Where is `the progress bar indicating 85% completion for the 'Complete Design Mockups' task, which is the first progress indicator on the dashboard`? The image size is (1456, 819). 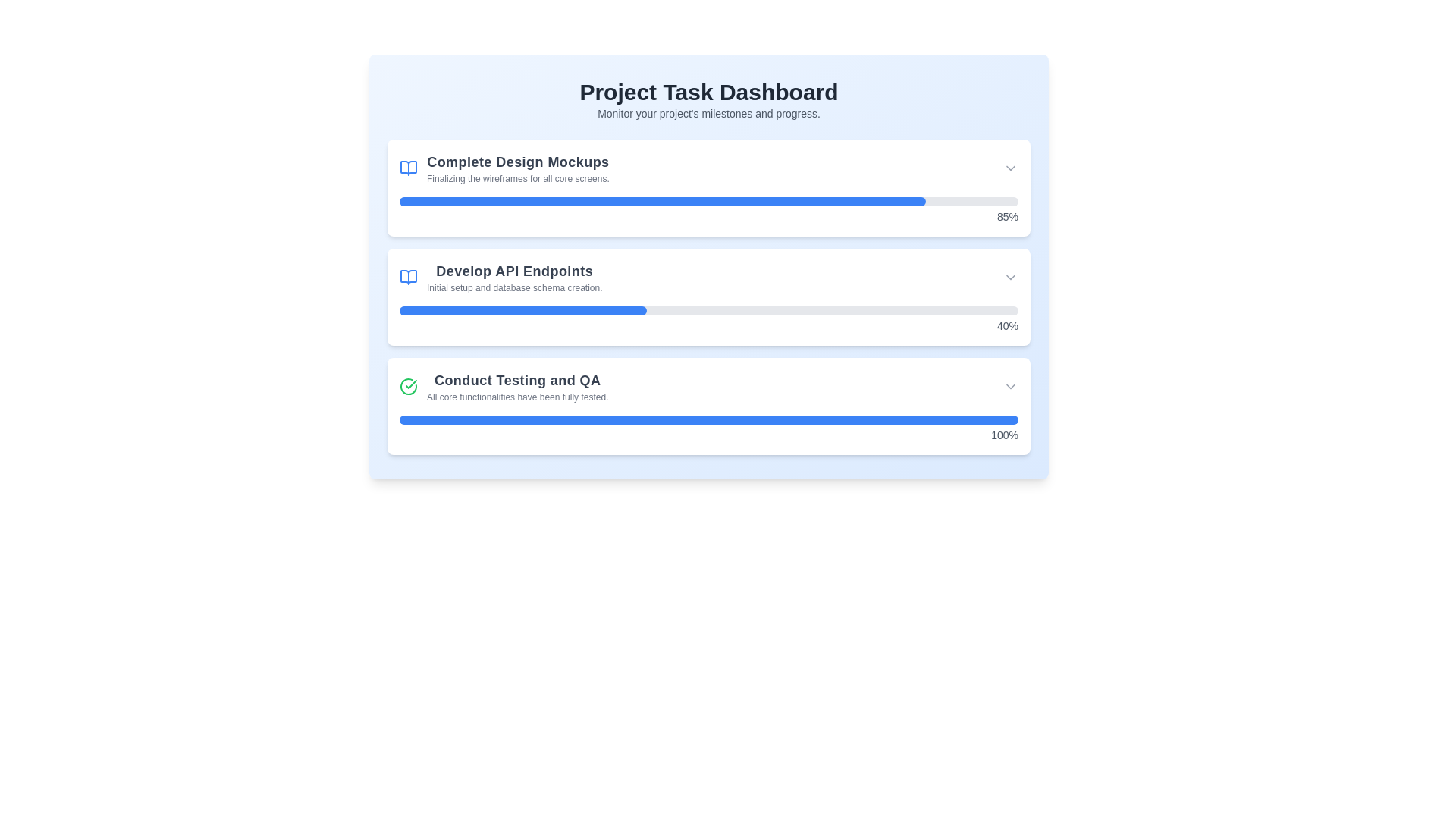
the progress bar indicating 85% completion for the 'Complete Design Mockups' task, which is the first progress indicator on the dashboard is located at coordinates (708, 201).